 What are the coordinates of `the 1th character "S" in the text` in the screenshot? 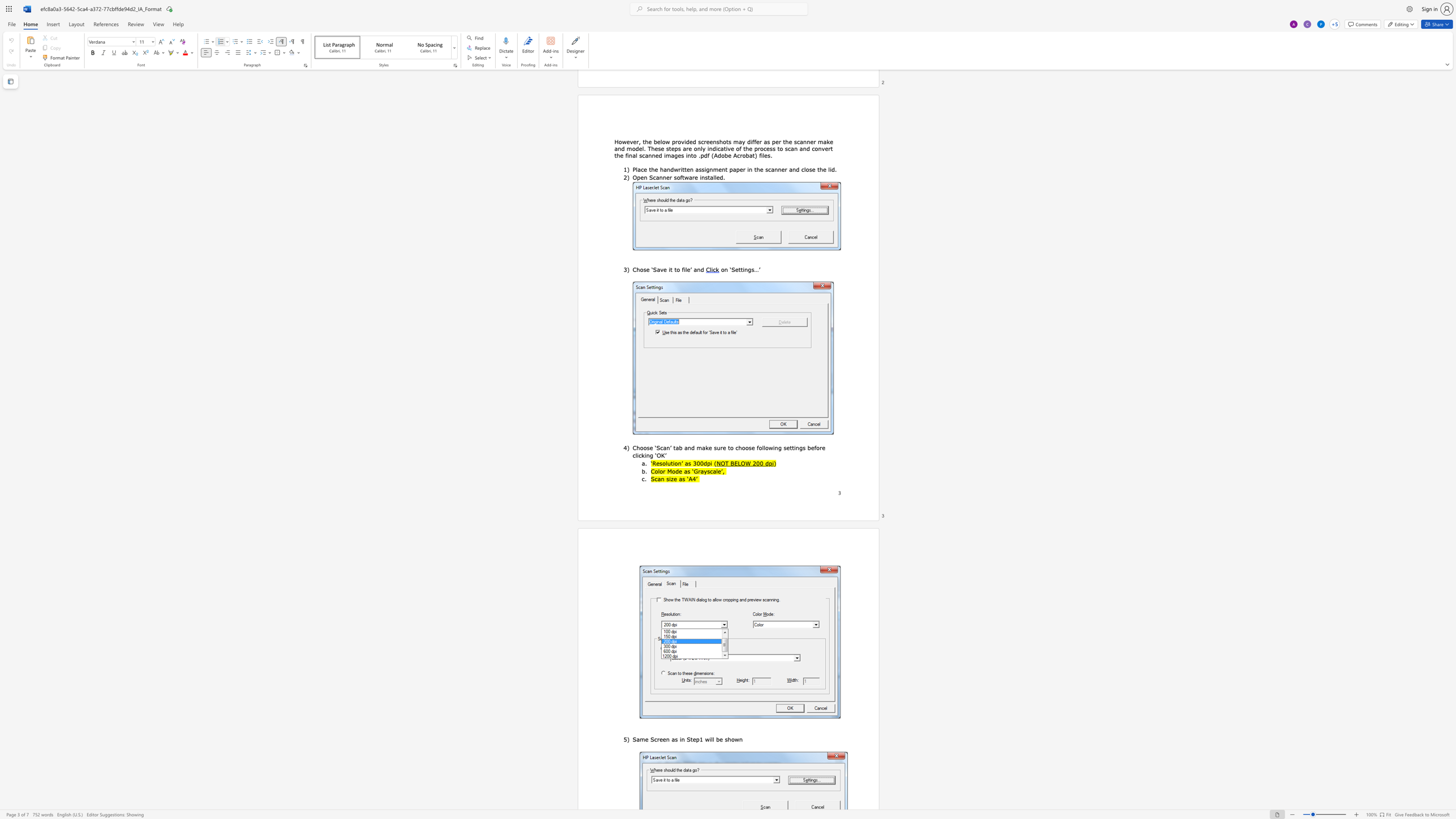 It's located at (652, 479).